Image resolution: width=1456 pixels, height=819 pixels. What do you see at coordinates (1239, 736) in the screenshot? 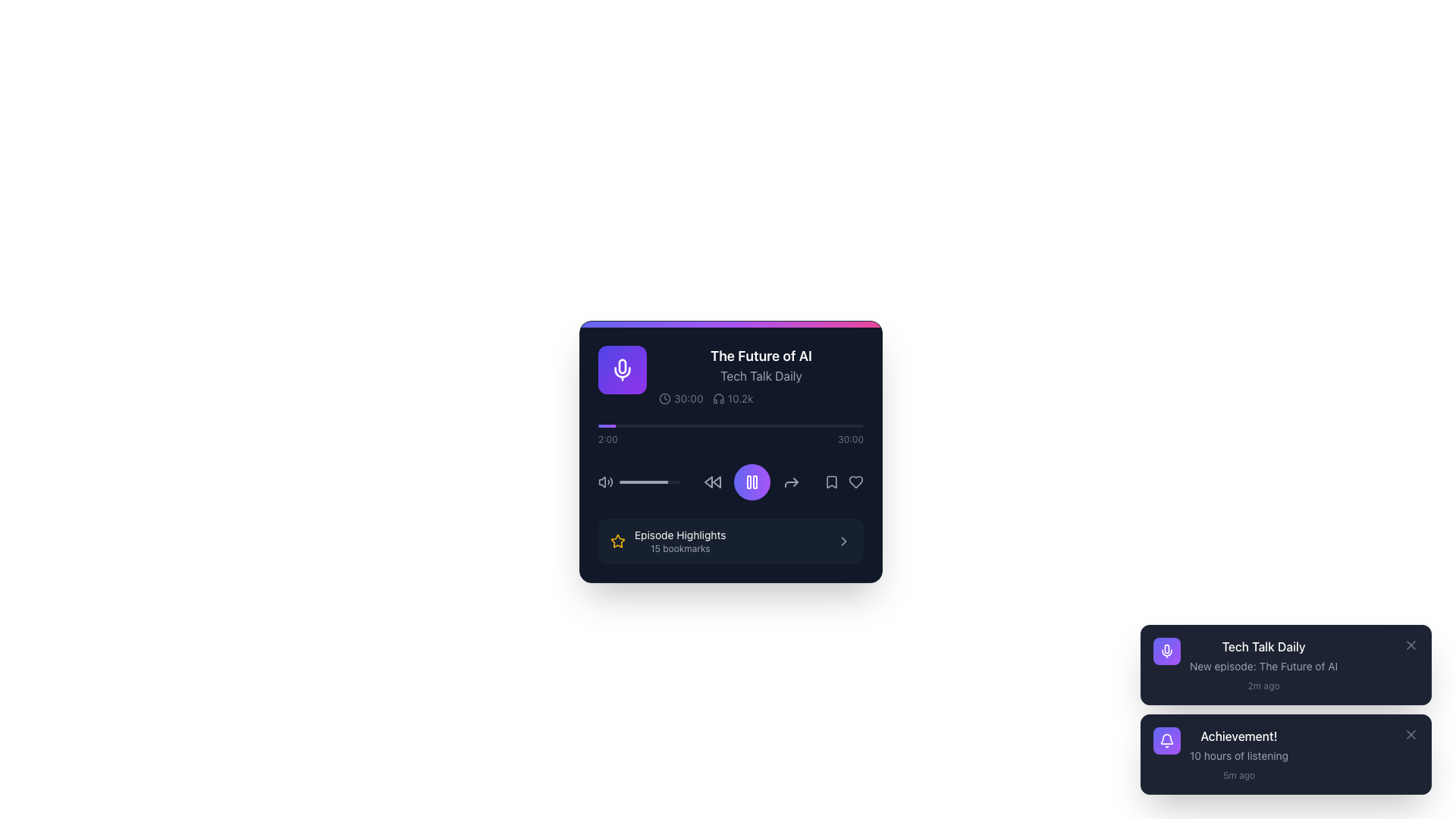
I see `the static text label displaying 'Achievement!' in bold, white font, which is positioned in the lower notification card, to the right of the notification bell icon` at bounding box center [1239, 736].